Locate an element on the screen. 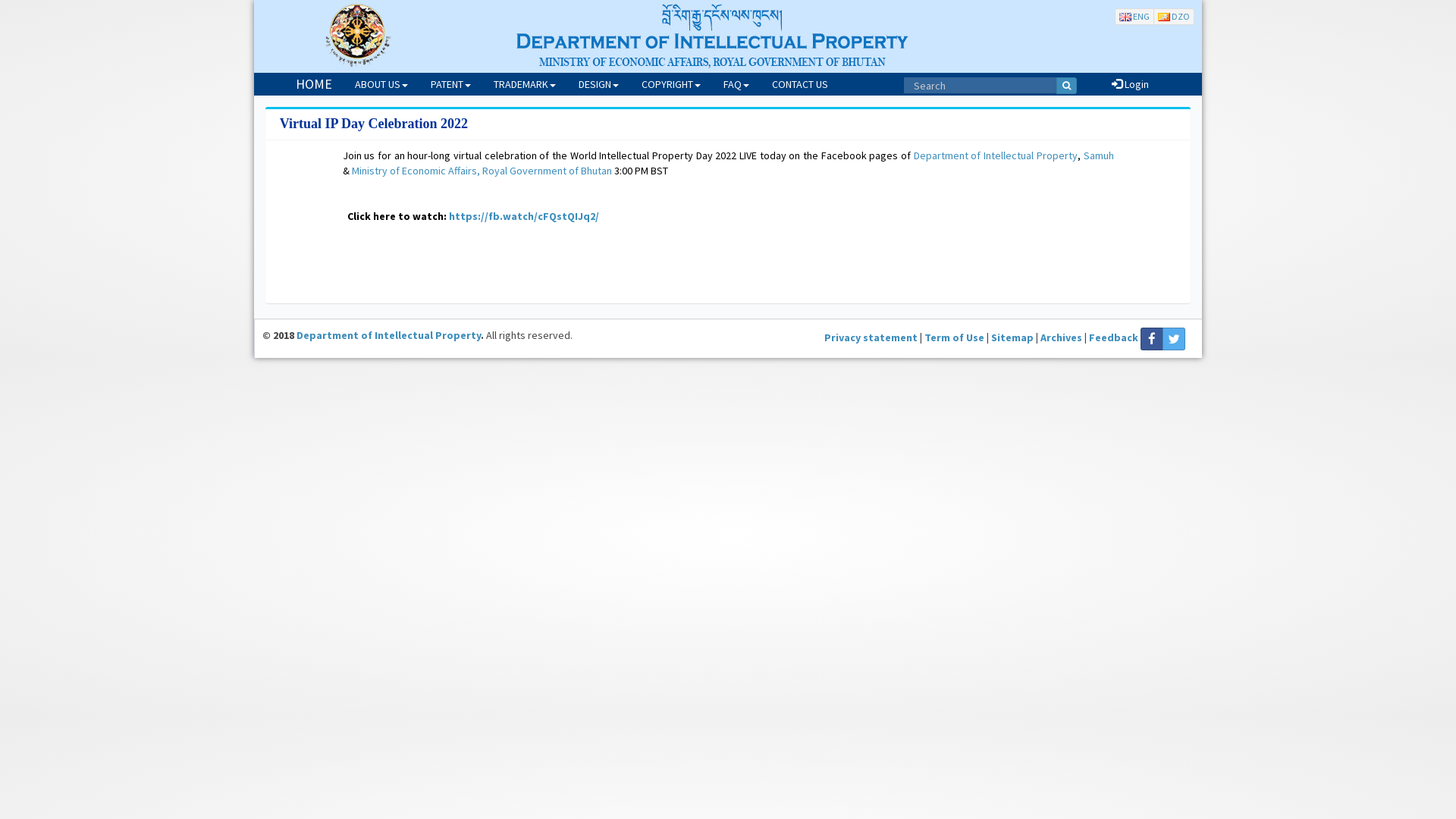 The width and height of the screenshot is (1456, 819). 'CONTACT US' is located at coordinates (799, 84).